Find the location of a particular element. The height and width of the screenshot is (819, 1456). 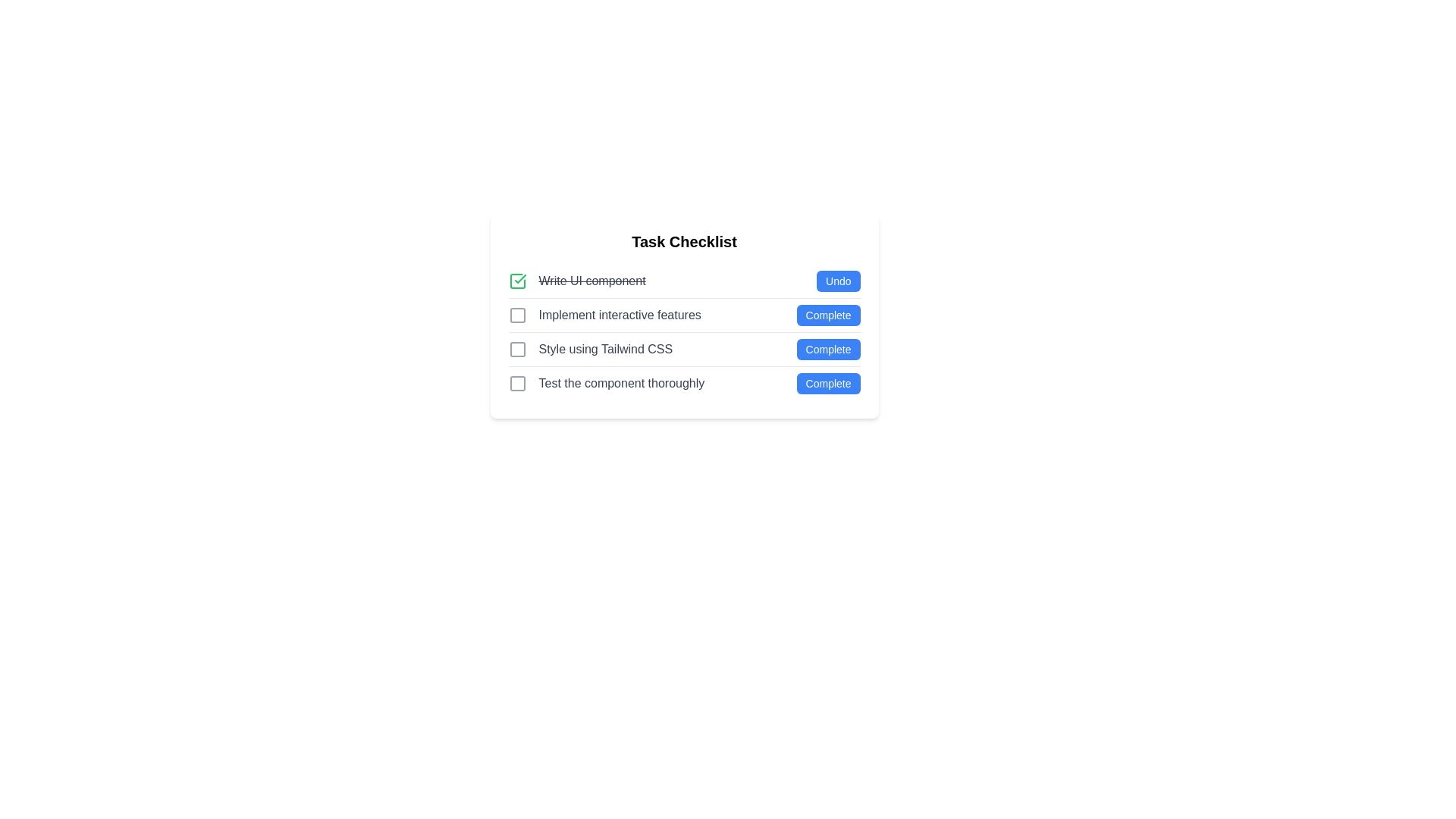

the text label displaying 'Implement interactive features' in a gray font, which is located in the second row of the checklist table under the main heading 'Task Checklist' is located at coordinates (620, 315).